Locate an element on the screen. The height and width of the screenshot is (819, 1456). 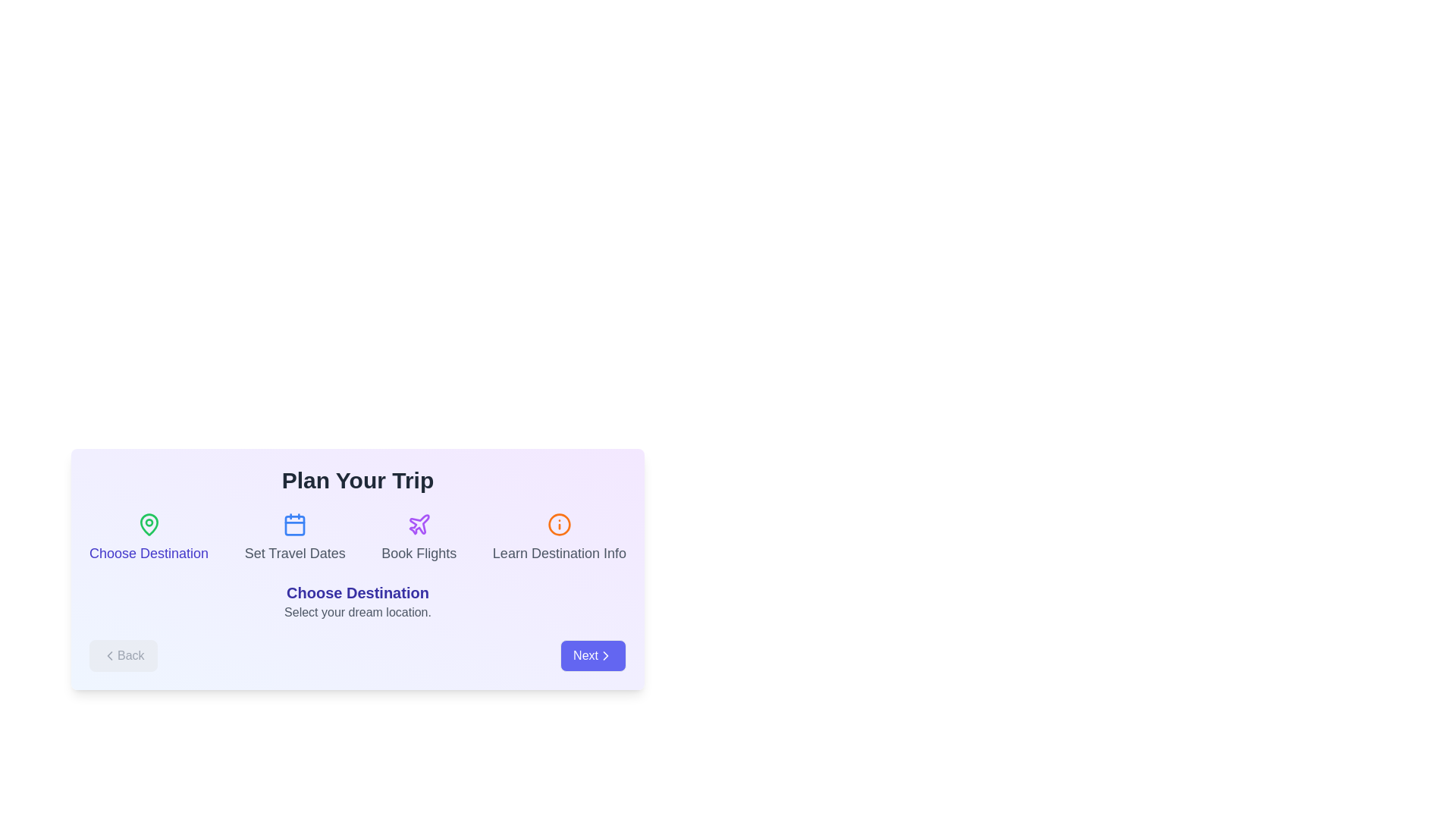
the progression icon within the 'Next' button located in the bottom-right area of the 'Plan Your Trip' panel is located at coordinates (604, 654).